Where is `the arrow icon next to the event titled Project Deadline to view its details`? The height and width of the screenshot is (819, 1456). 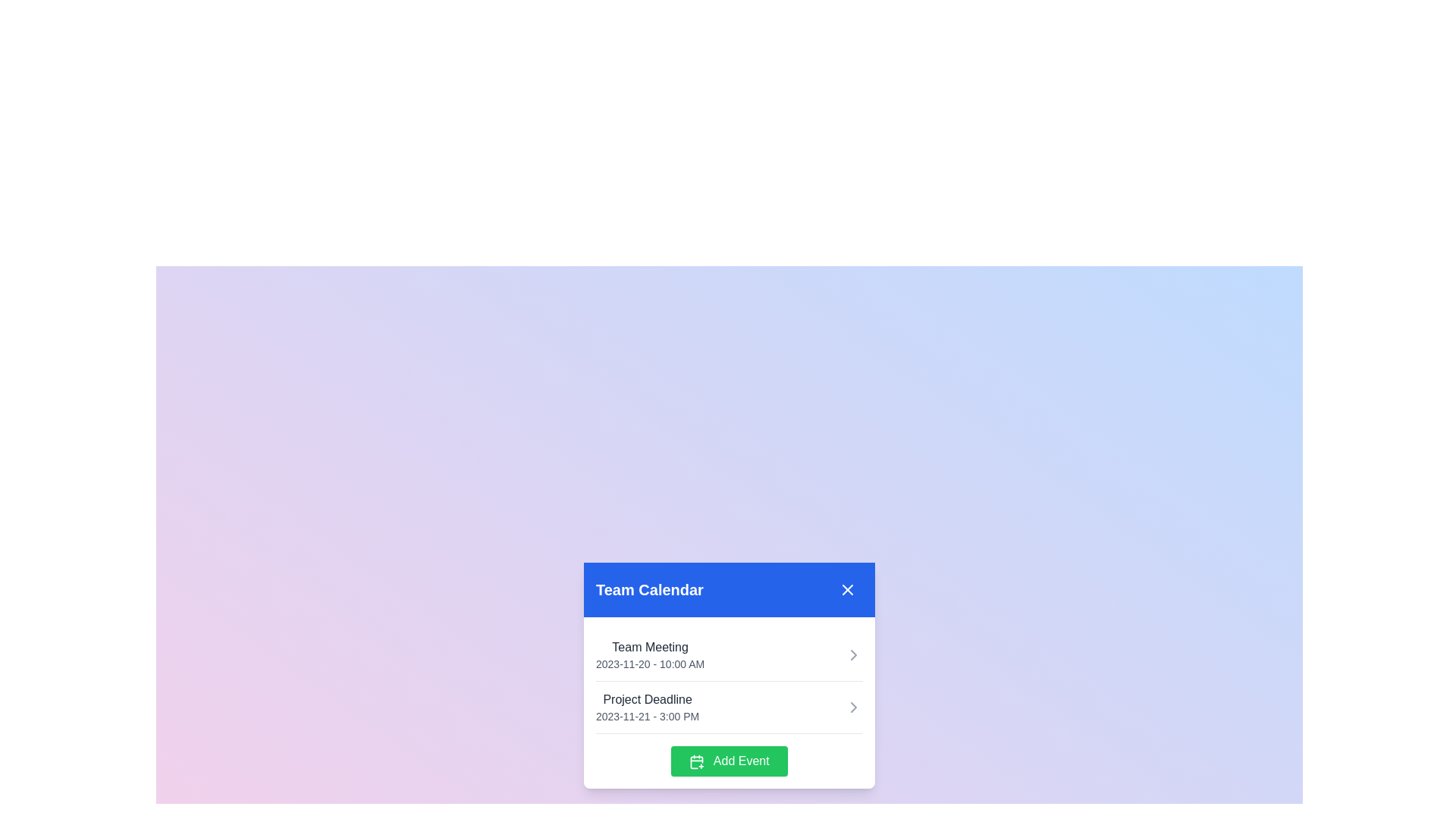
the arrow icon next to the event titled Project Deadline to view its details is located at coordinates (854, 708).